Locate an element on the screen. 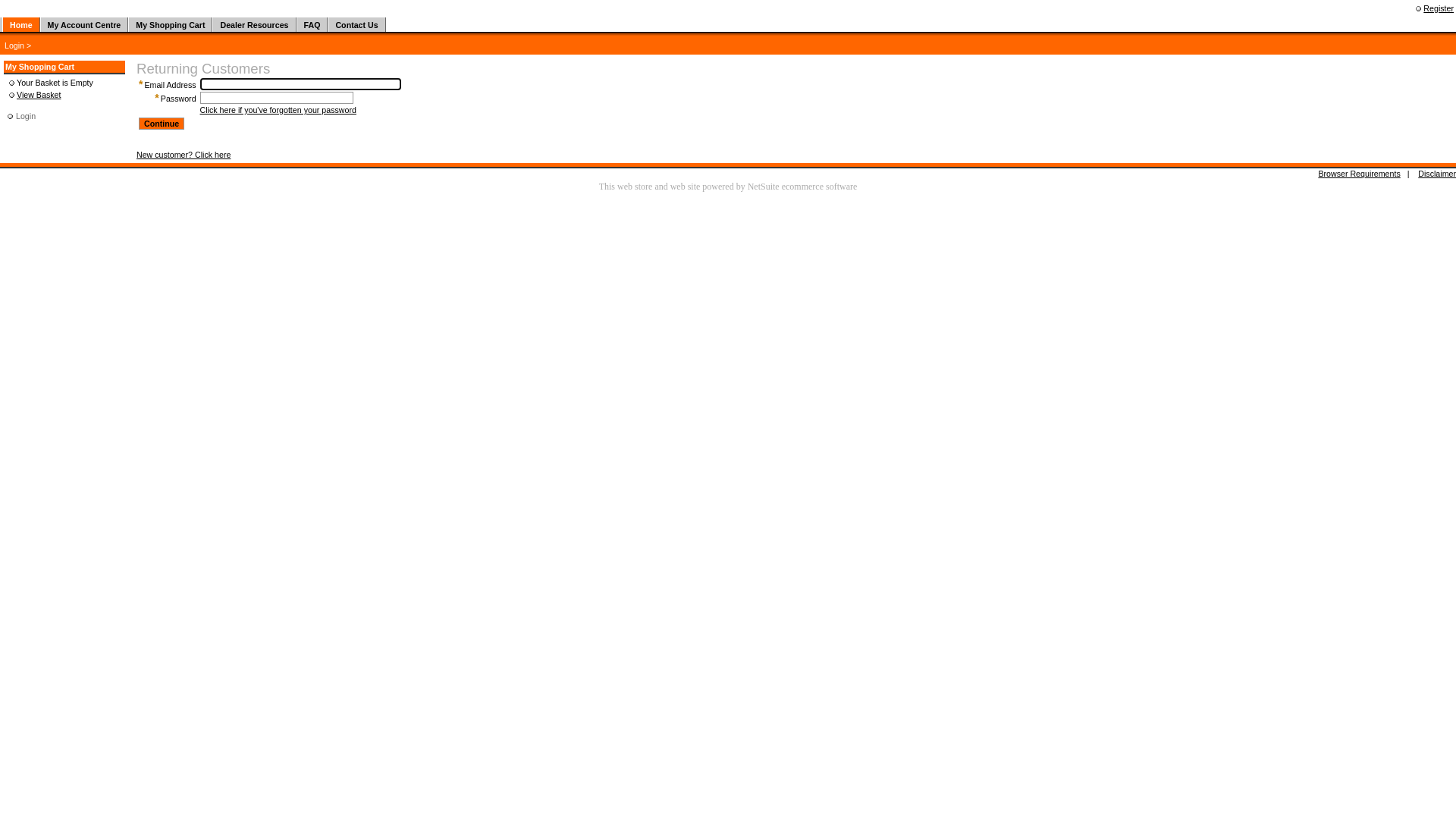  'Register' is located at coordinates (1437, 8).